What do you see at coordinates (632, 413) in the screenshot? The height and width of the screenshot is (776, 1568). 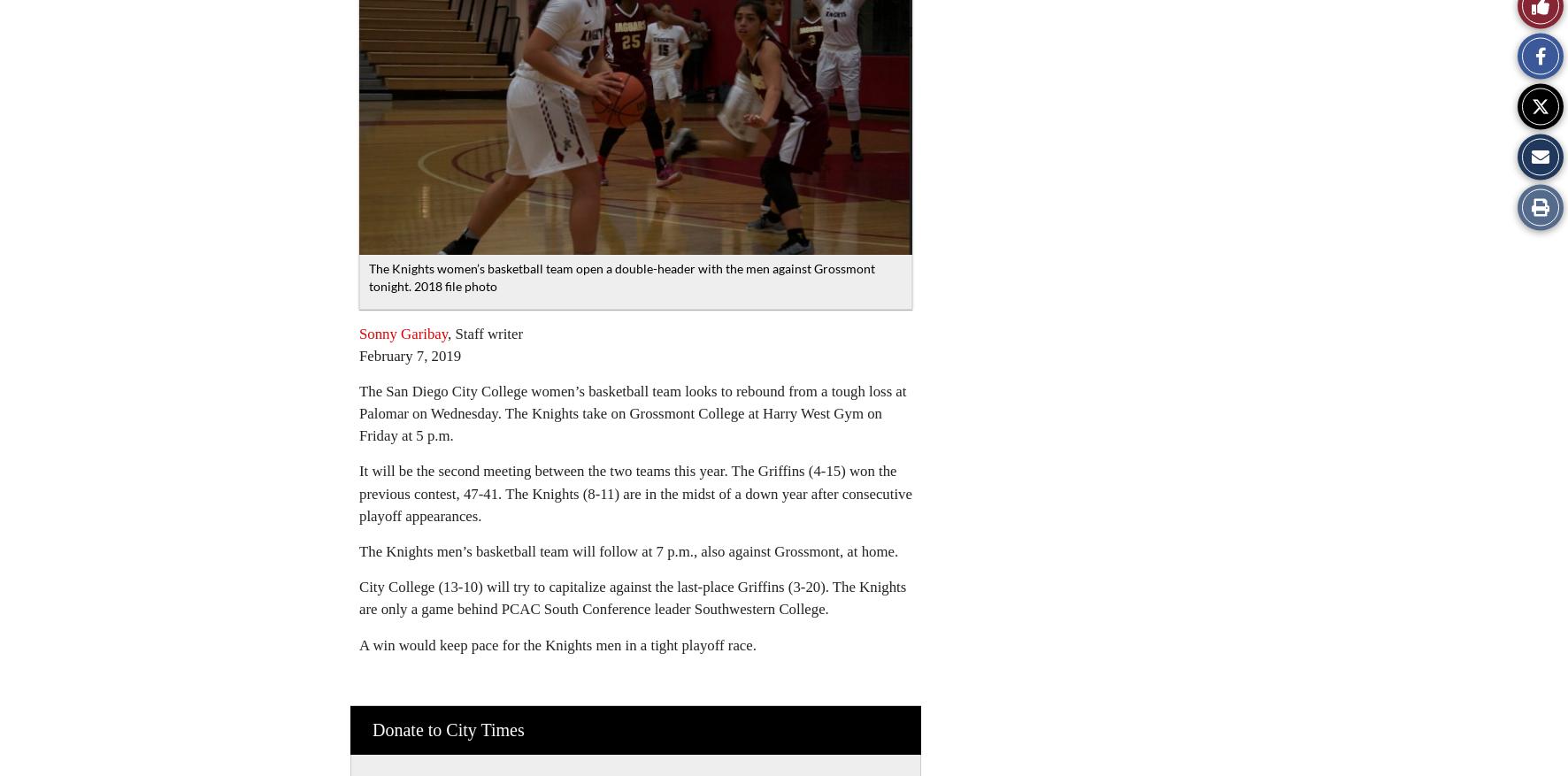 I see `'The San Diego City College women’s basketball team looks to rebound from a tough loss at Palomar on Wednesday. The Knights take on Grossmont College at Harry West Gym on Friday at 5 p.m.'` at bounding box center [632, 413].